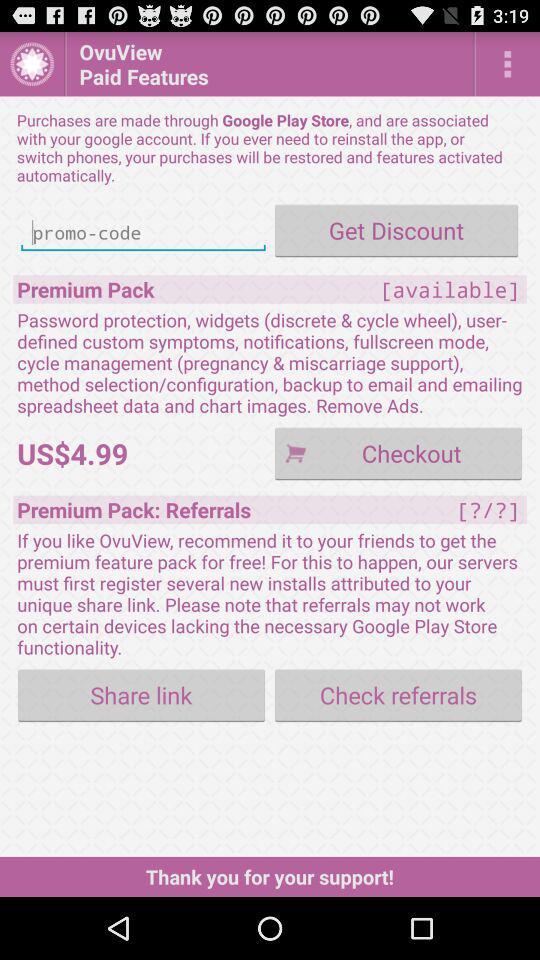 The width and height of the screenshot is (540, 960). What do you see at coordinates (140, 695) in the screenshot?
I see `the icon next to check referrals button` at bounding box center [140, 695].